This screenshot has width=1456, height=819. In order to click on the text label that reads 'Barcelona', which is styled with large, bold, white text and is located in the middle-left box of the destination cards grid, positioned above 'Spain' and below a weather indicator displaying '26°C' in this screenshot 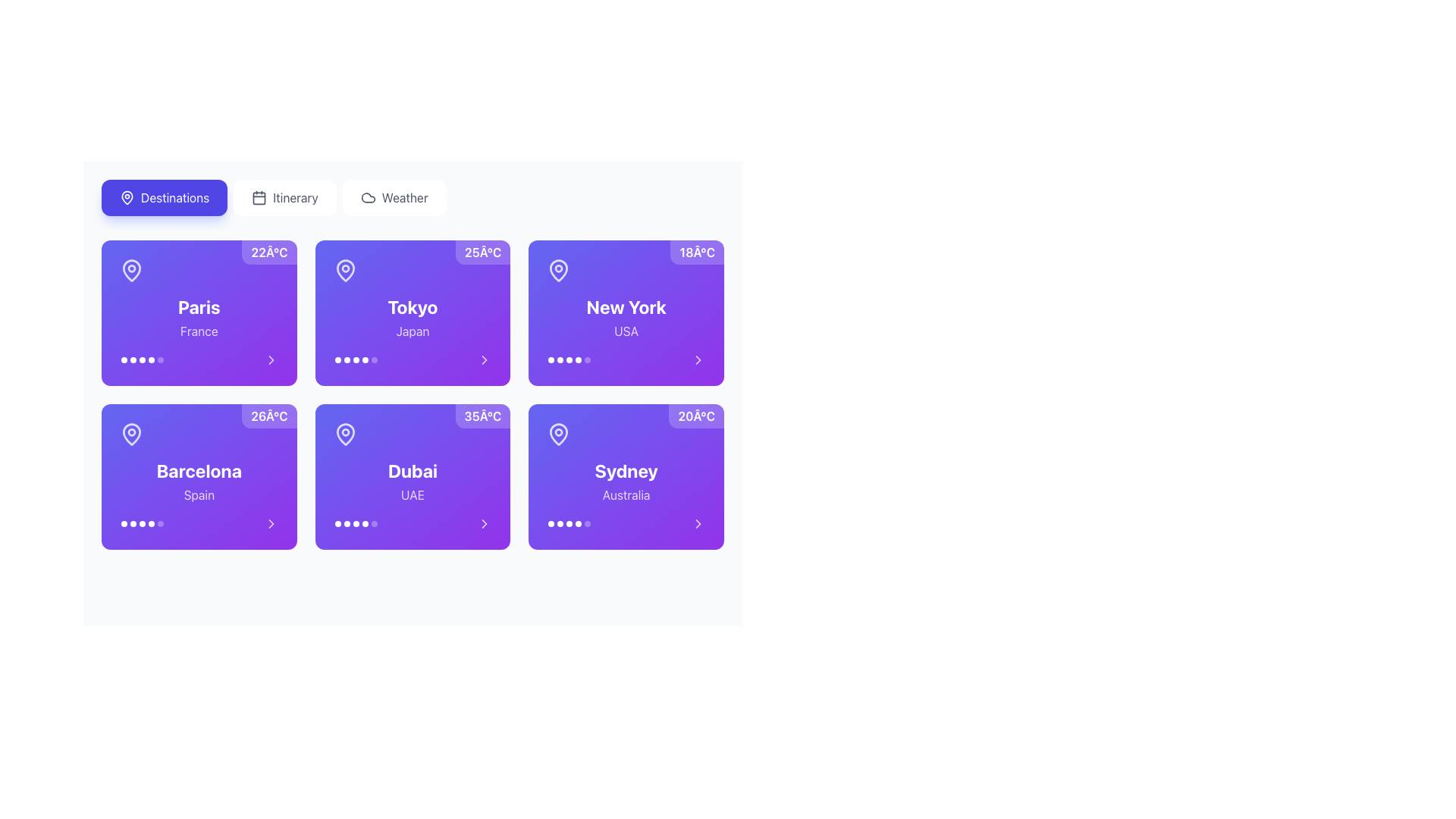, I will do `click(198, 470)`.